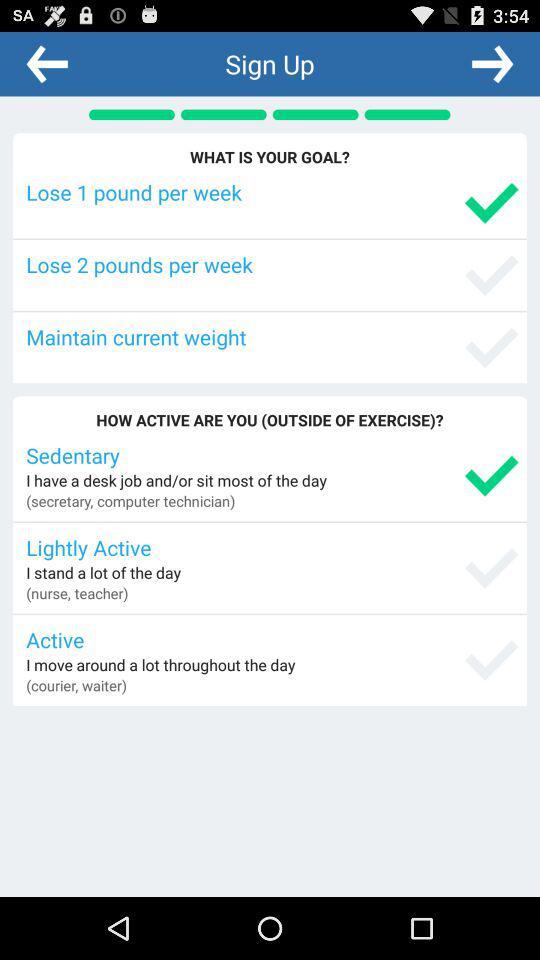  Describe the element at coordinates (159, 664) in the screenshot. I see `i move around item` at that location.